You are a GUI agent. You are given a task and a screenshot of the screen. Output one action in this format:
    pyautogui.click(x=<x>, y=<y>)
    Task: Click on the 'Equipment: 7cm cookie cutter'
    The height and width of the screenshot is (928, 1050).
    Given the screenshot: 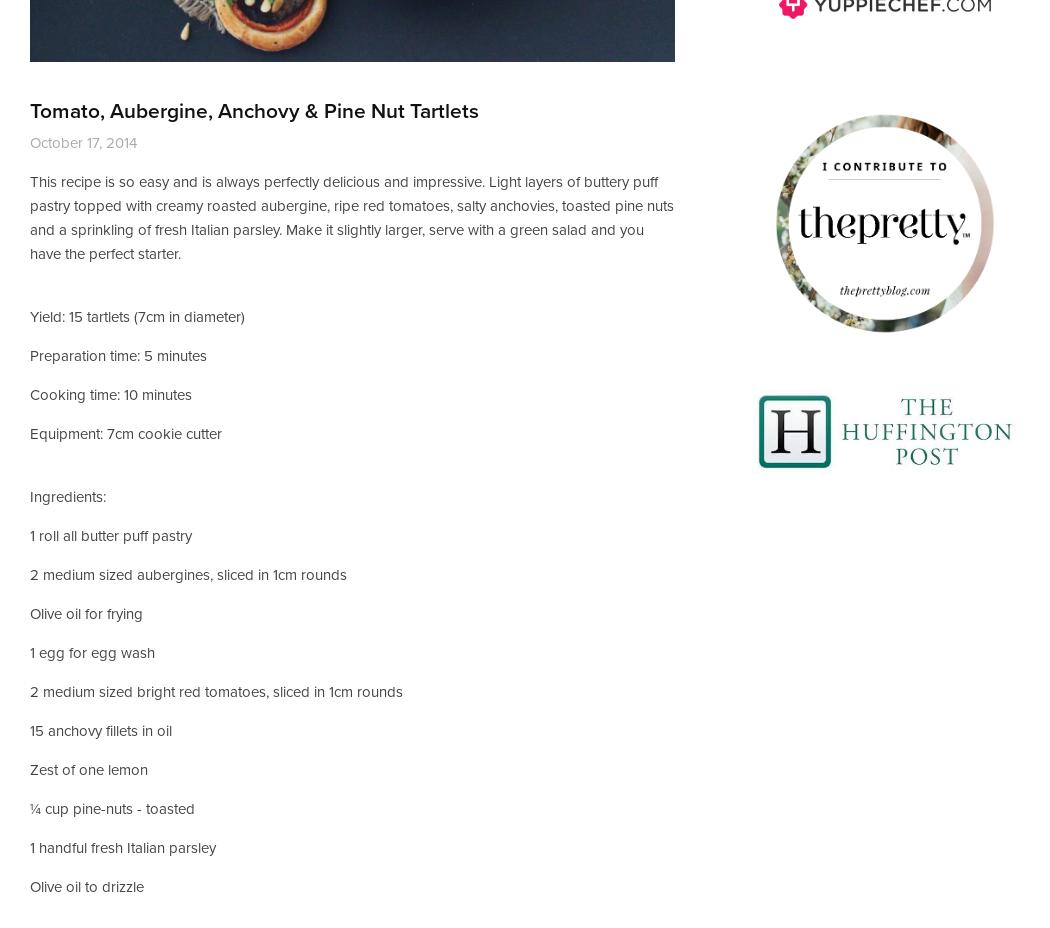 What is the action you would take?
    pyautogui.click(x=125, y=433)
    